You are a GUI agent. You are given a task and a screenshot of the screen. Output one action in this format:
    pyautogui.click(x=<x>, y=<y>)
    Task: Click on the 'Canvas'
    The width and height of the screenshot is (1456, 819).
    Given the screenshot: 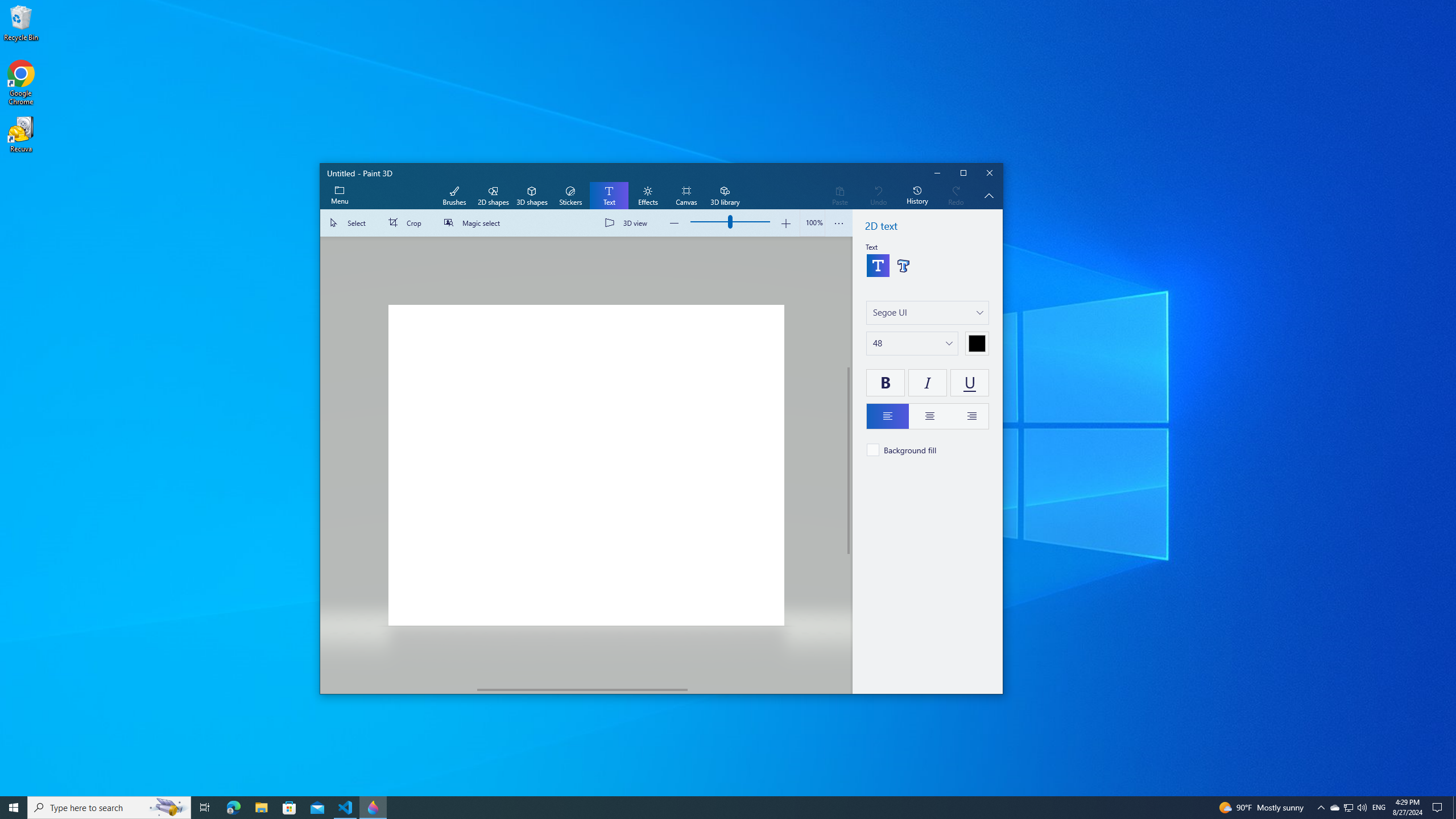 What is the action you would take?
    pyautogui.click(x=686, y=196)
    